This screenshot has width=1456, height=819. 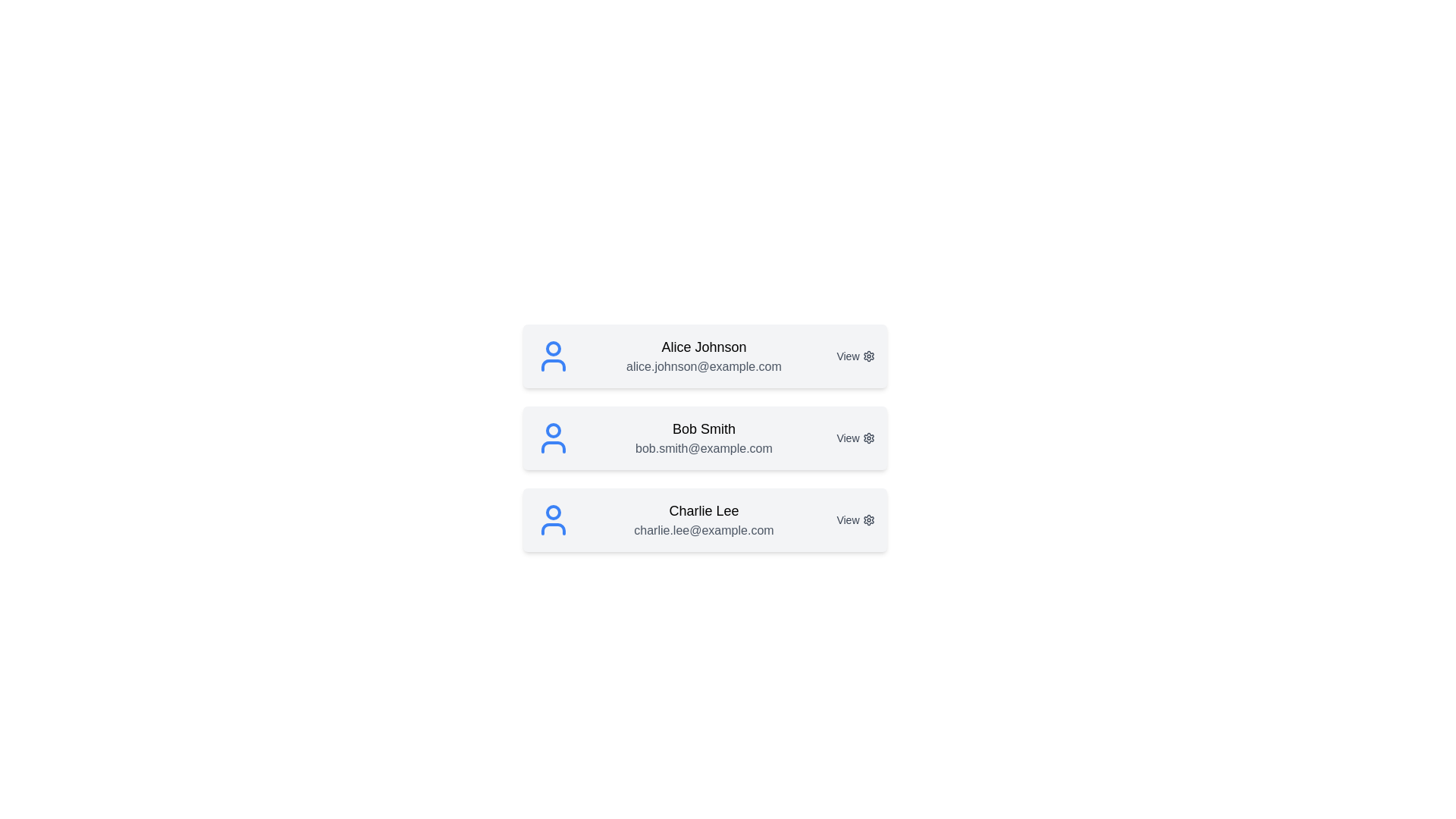 I want to click on the text block displaying the name 'Alice Johnson' and email 'alice.johnson@example.com', which is located in the top card of a vertically stacked list of cards, so click(x=703, y=356).